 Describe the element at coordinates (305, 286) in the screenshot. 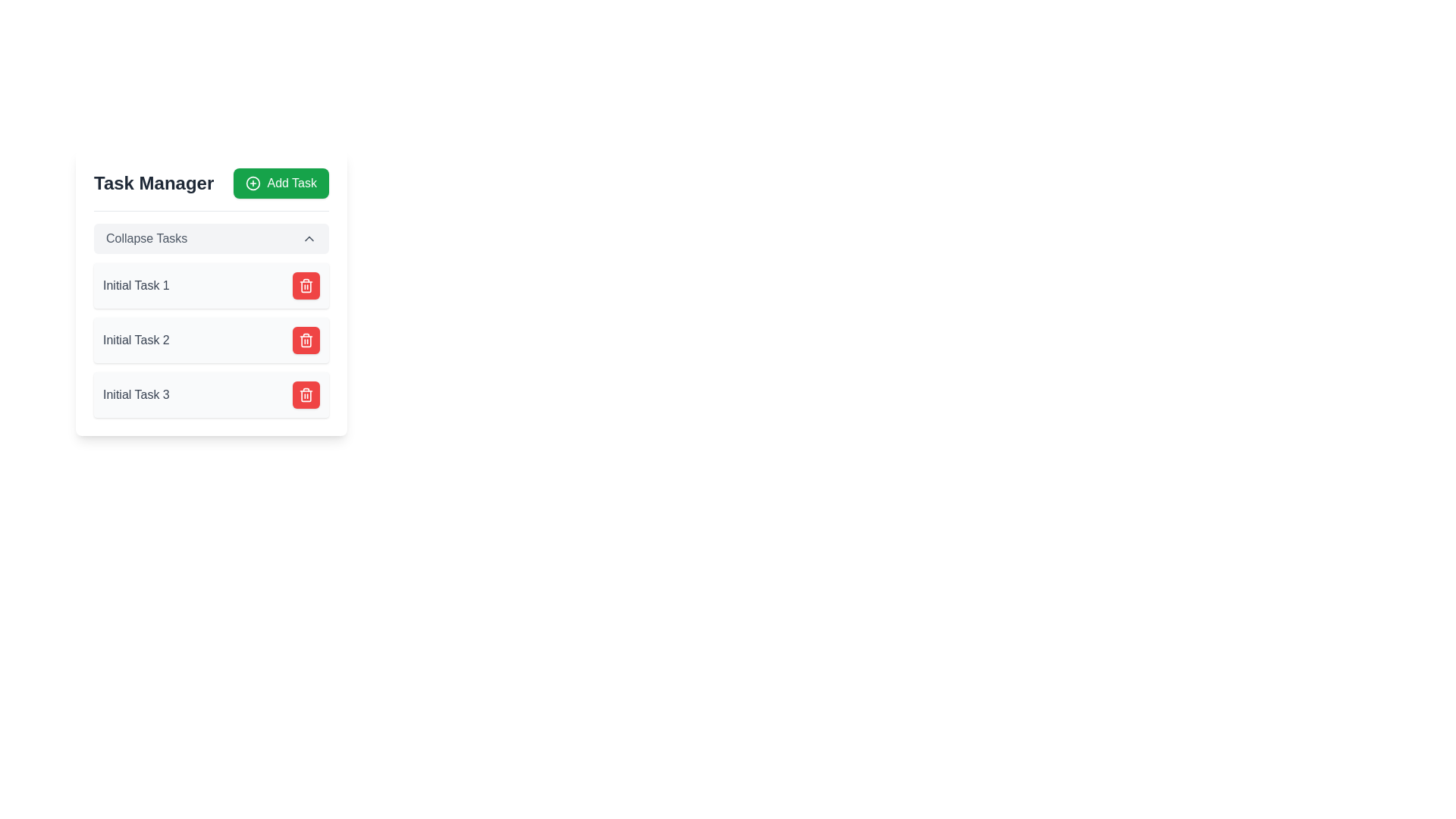

I see `the delete button for the task named 'Initial Task 1'` at that location.